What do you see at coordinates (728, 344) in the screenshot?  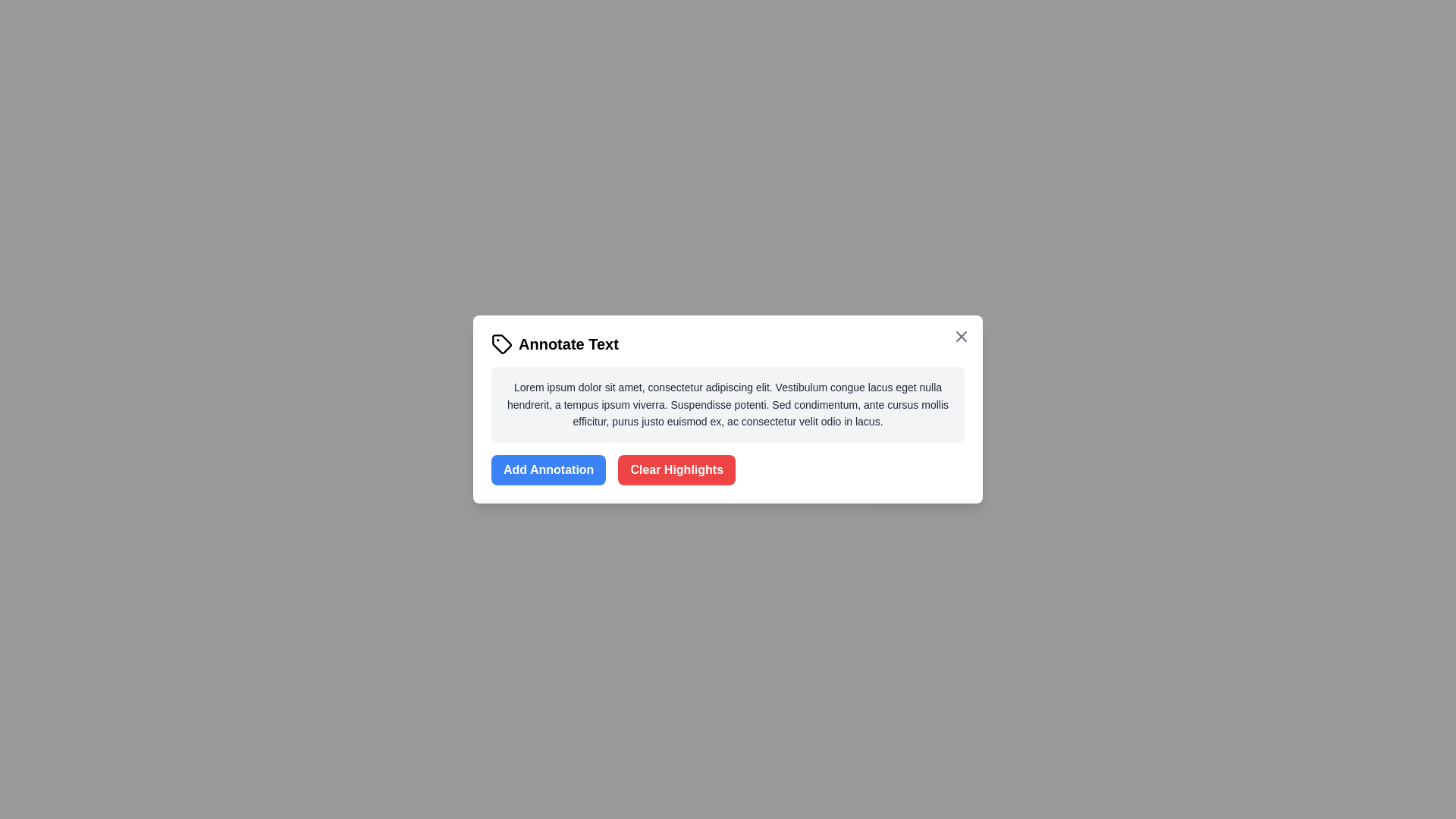 I see `the dialog title to interact with it` at bounding box center [728, 344].